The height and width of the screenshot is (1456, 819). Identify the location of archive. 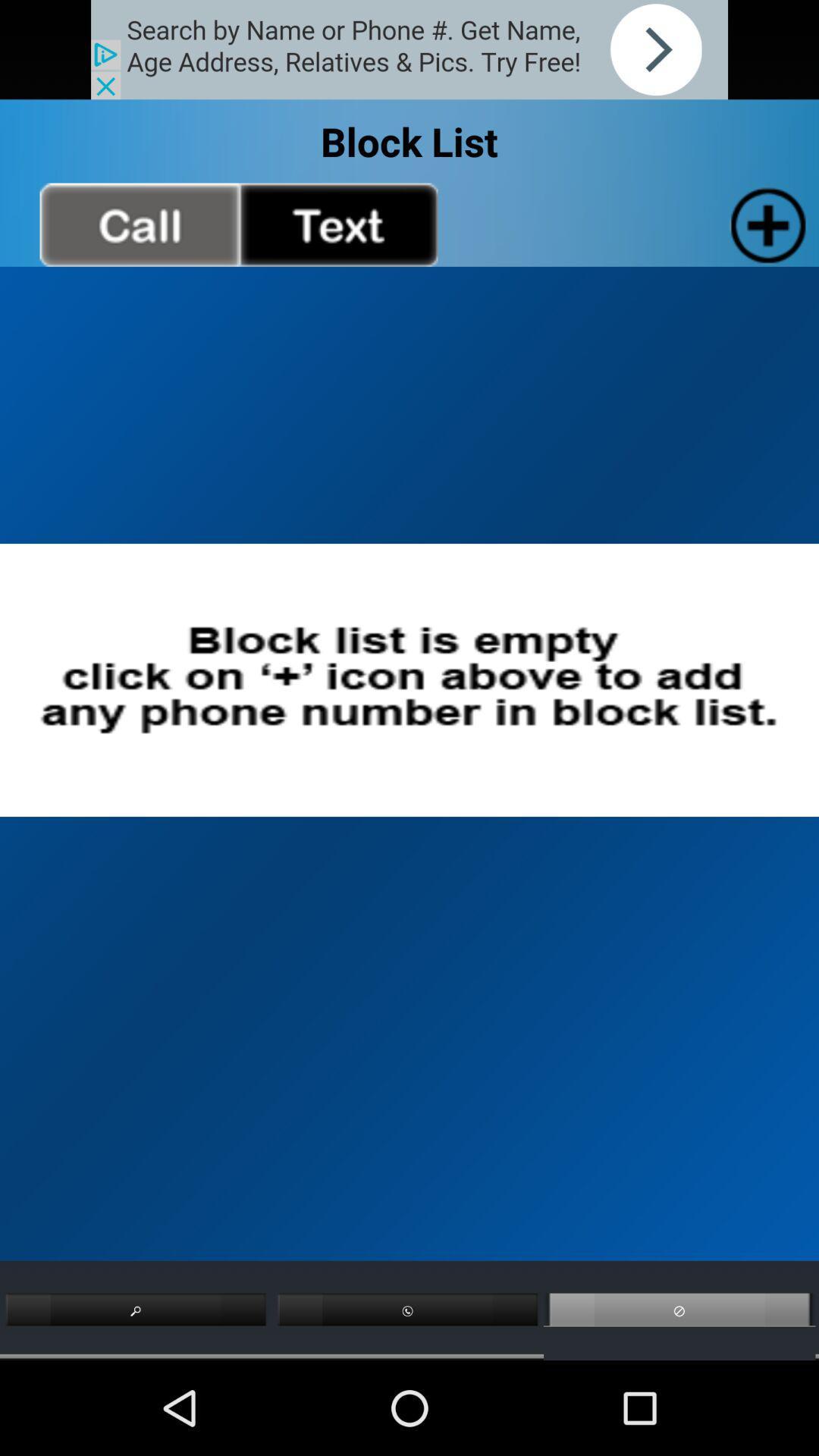
(765, 224).